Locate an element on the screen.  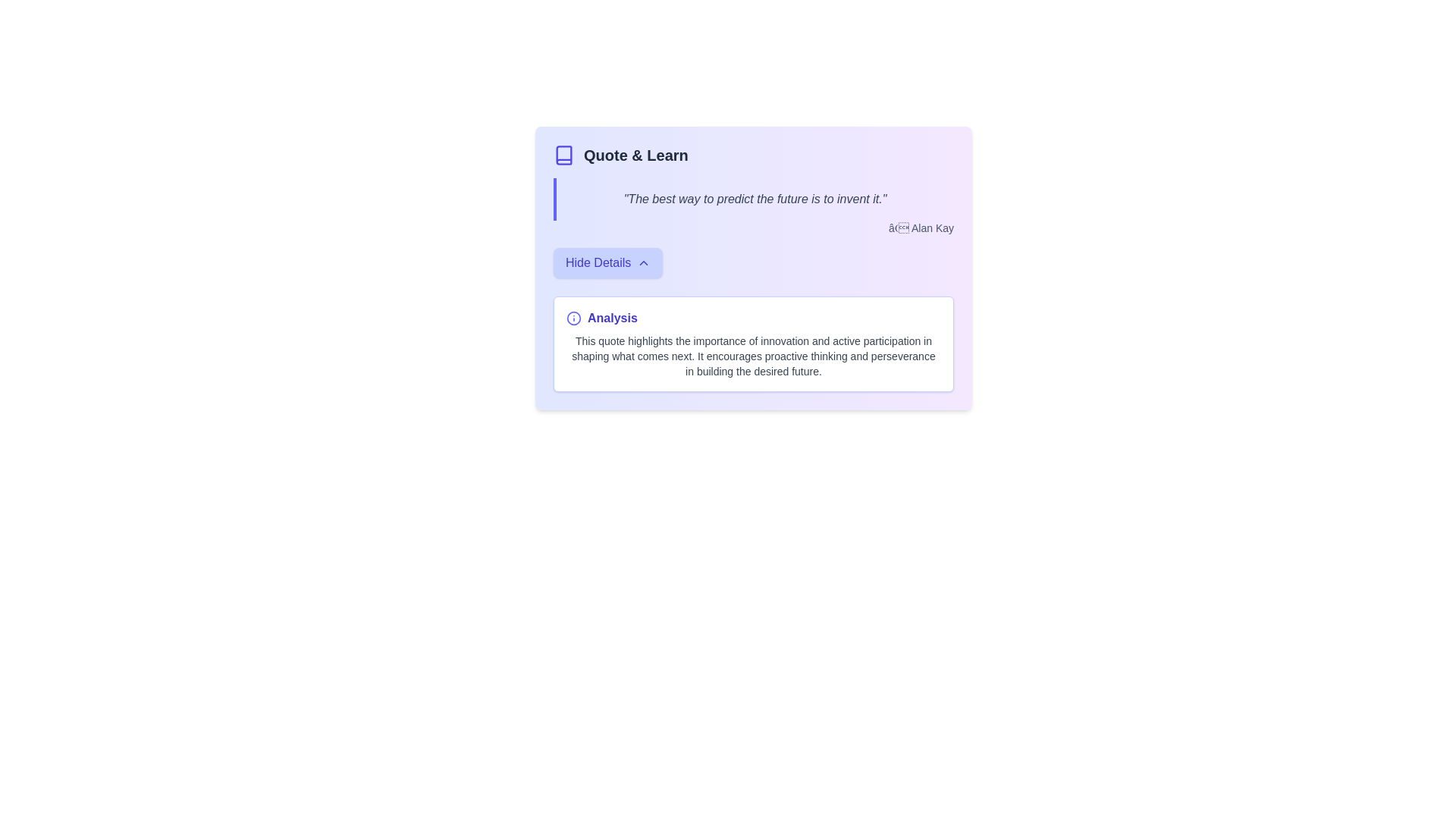
the information icon located in the upper-left corner of the 'Analysis' section is located at coordinates (573, 318).